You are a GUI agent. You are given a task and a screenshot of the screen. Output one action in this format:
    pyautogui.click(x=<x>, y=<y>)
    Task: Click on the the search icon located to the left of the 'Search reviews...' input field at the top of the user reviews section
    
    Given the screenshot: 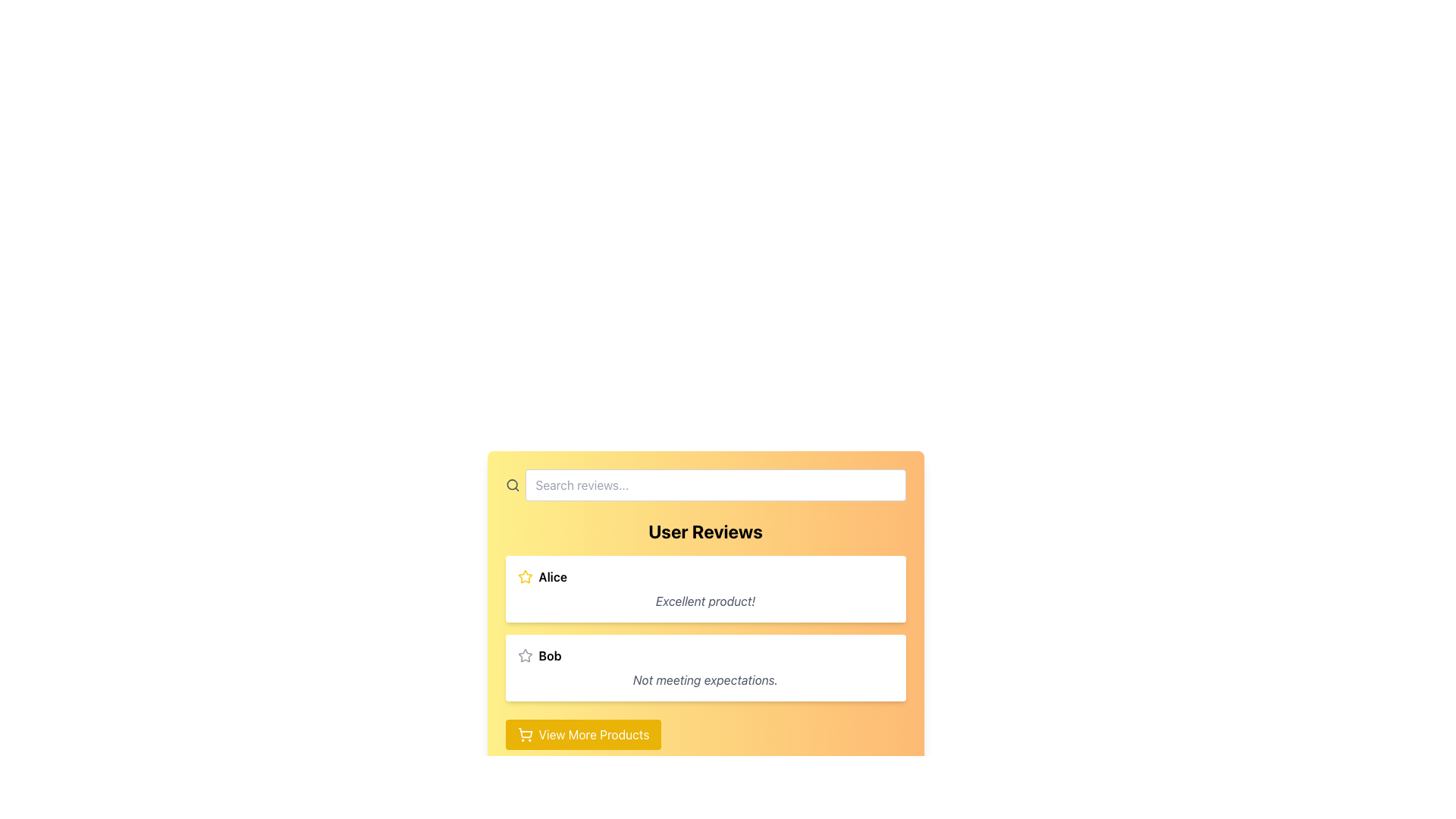 What is the action you would take?
    pyautogui.click(x=513, y=485)
    